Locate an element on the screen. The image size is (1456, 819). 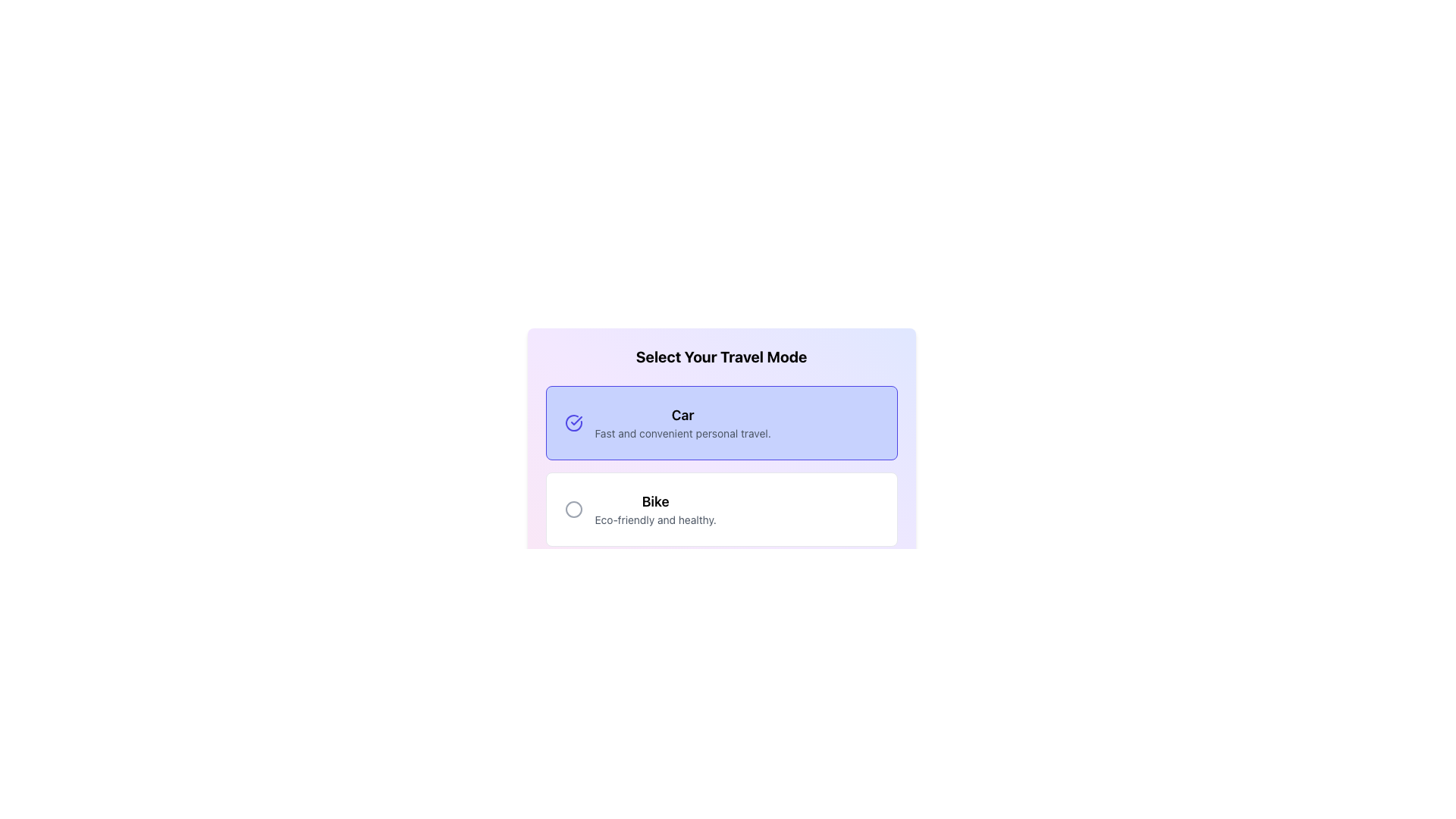
the decorative or functional icon indicating the 'Bike' choice in the 'Select Your Travel Mode' interface is located at coordinates (573, 509).